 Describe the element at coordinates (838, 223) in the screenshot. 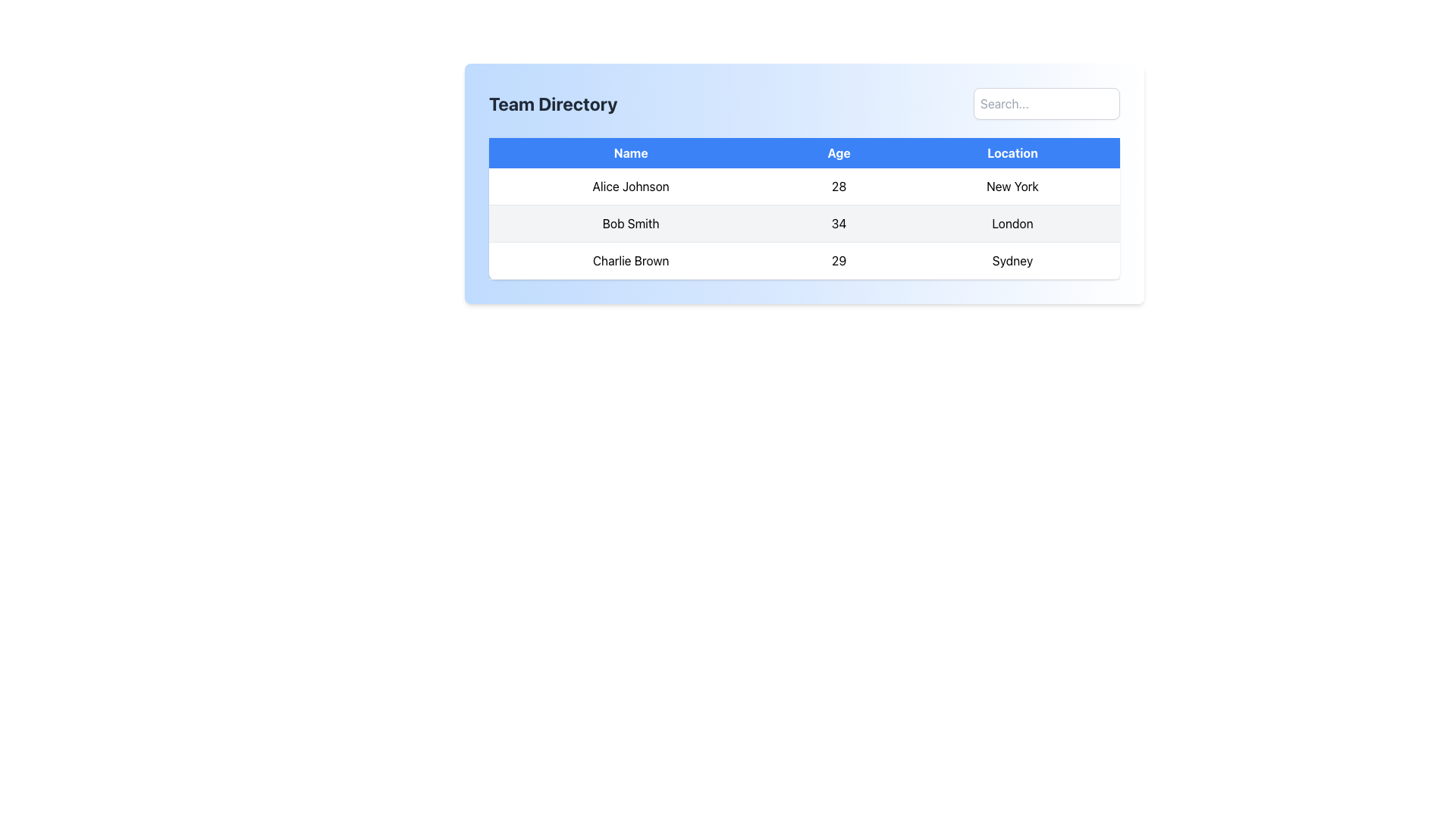

I see `the static text displaying the age of 'Bob Smith' located in the second row and second column of the table, positioned between 'Bob Smith' and 'London'` at that location.